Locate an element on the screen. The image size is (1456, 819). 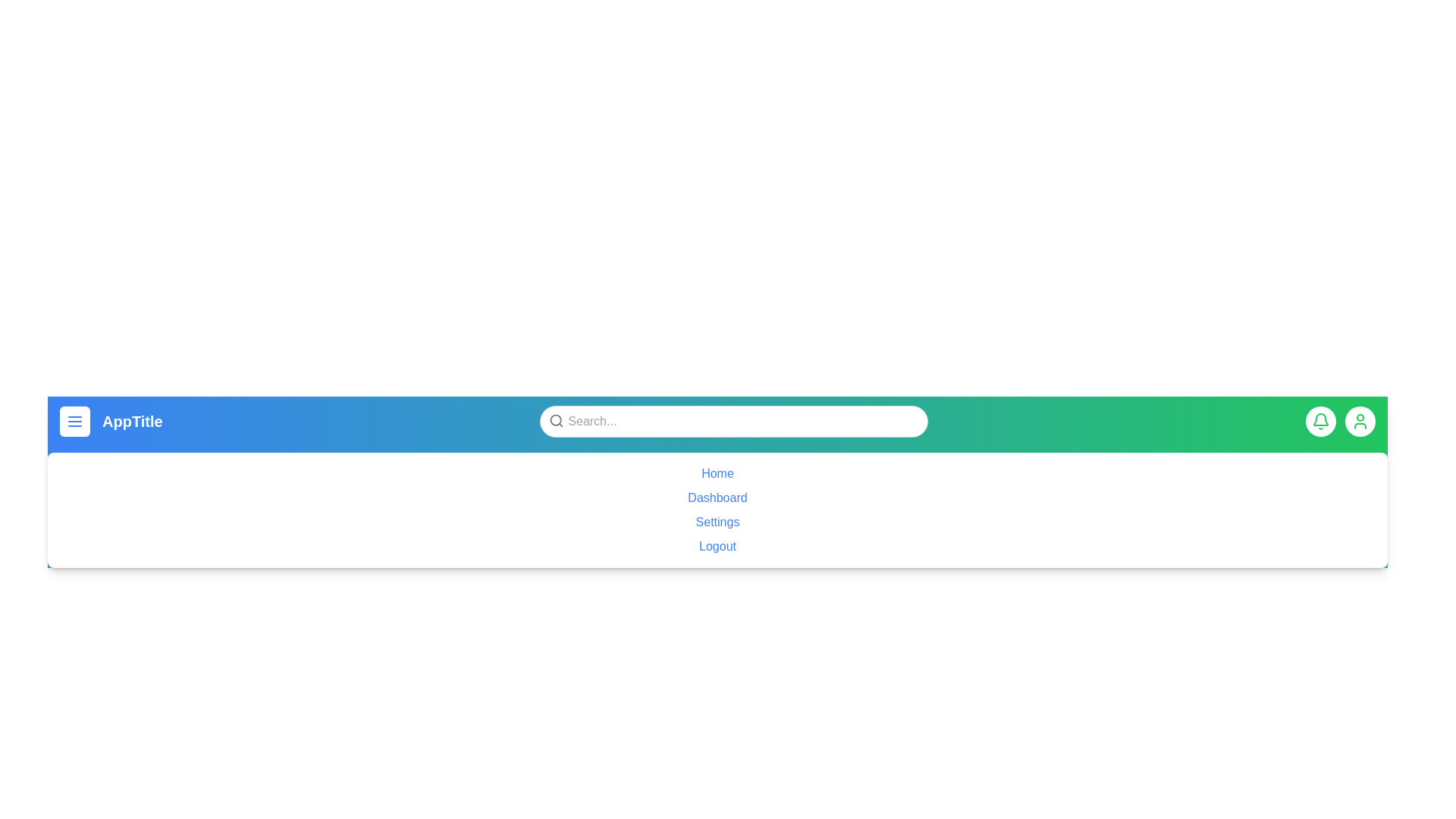
the user icon to access the user profile settings is located at coordinates (1360, 421).